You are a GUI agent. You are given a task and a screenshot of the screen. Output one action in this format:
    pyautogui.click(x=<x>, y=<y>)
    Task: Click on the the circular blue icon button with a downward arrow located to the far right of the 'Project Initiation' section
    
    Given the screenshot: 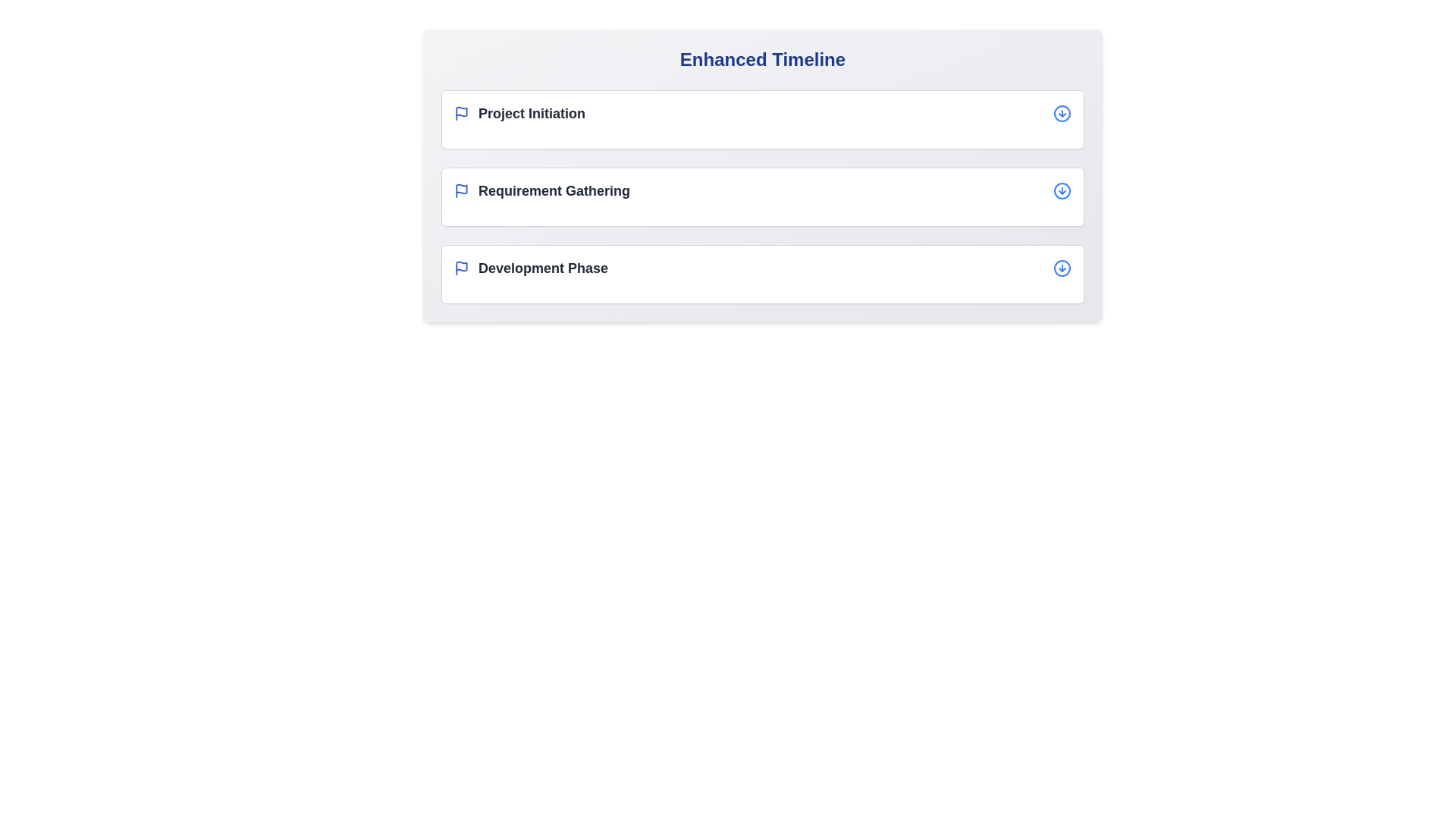 What is the action you would take?
    pyautogui.click(x=1062, y=113)
    